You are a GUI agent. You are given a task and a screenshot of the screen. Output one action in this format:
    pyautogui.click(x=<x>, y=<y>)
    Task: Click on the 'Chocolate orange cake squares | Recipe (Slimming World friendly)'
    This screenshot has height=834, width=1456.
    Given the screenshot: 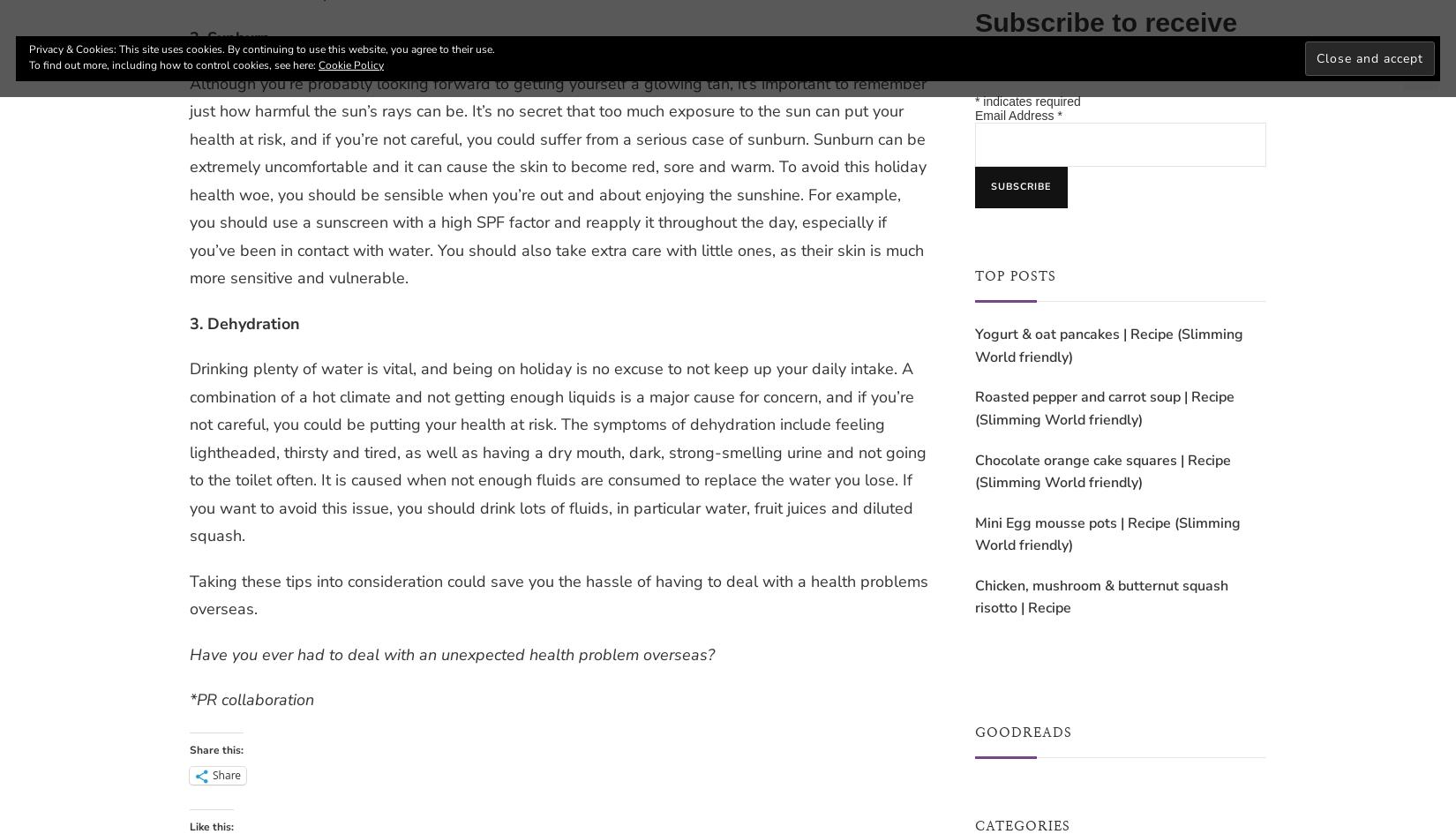 What is the action you would take?
    pyautogui.click(x=1102, y=470)
    